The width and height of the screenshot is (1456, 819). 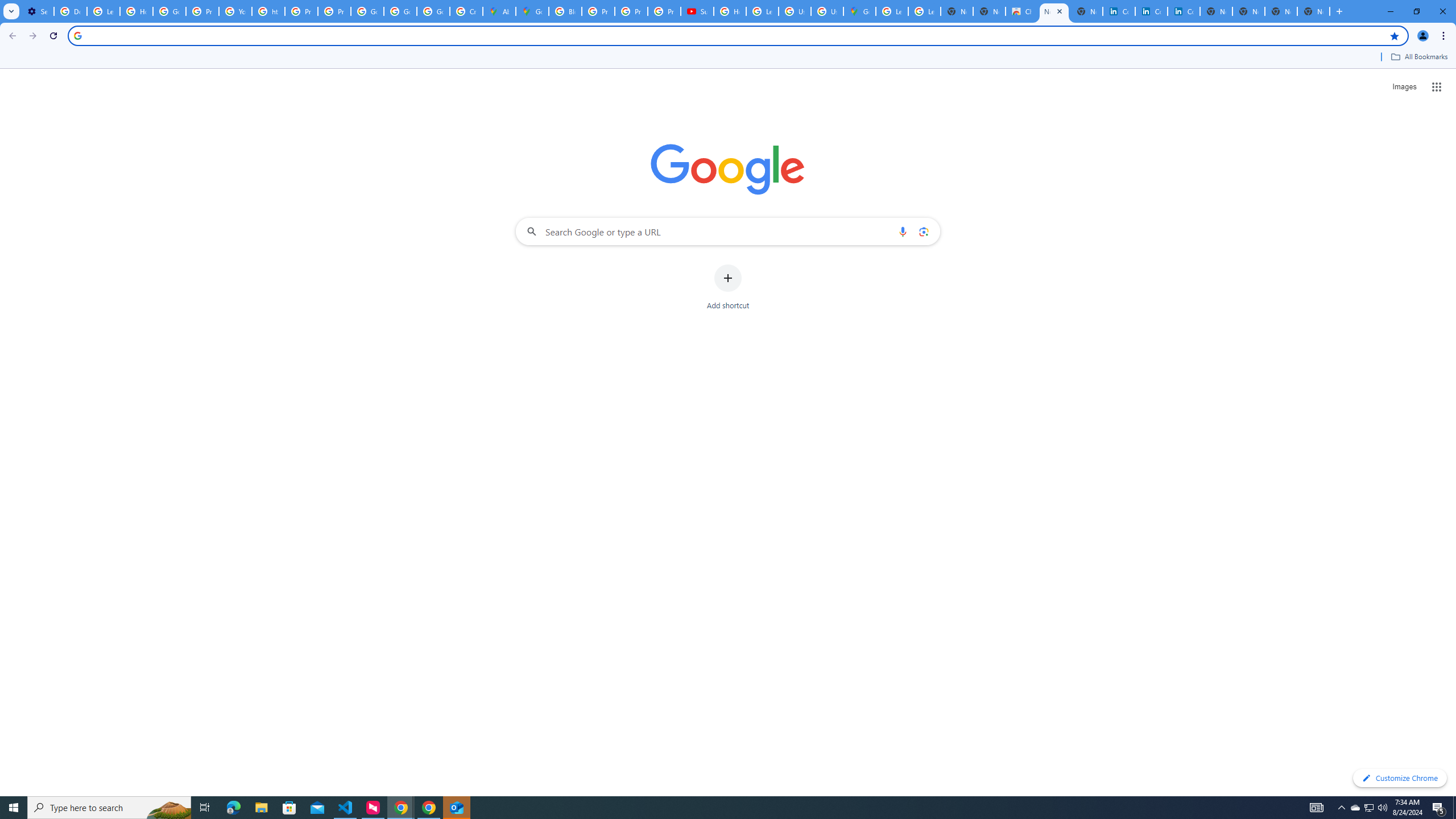 I want to click on 'All Bookmarks', so click(x=1418, y=56).